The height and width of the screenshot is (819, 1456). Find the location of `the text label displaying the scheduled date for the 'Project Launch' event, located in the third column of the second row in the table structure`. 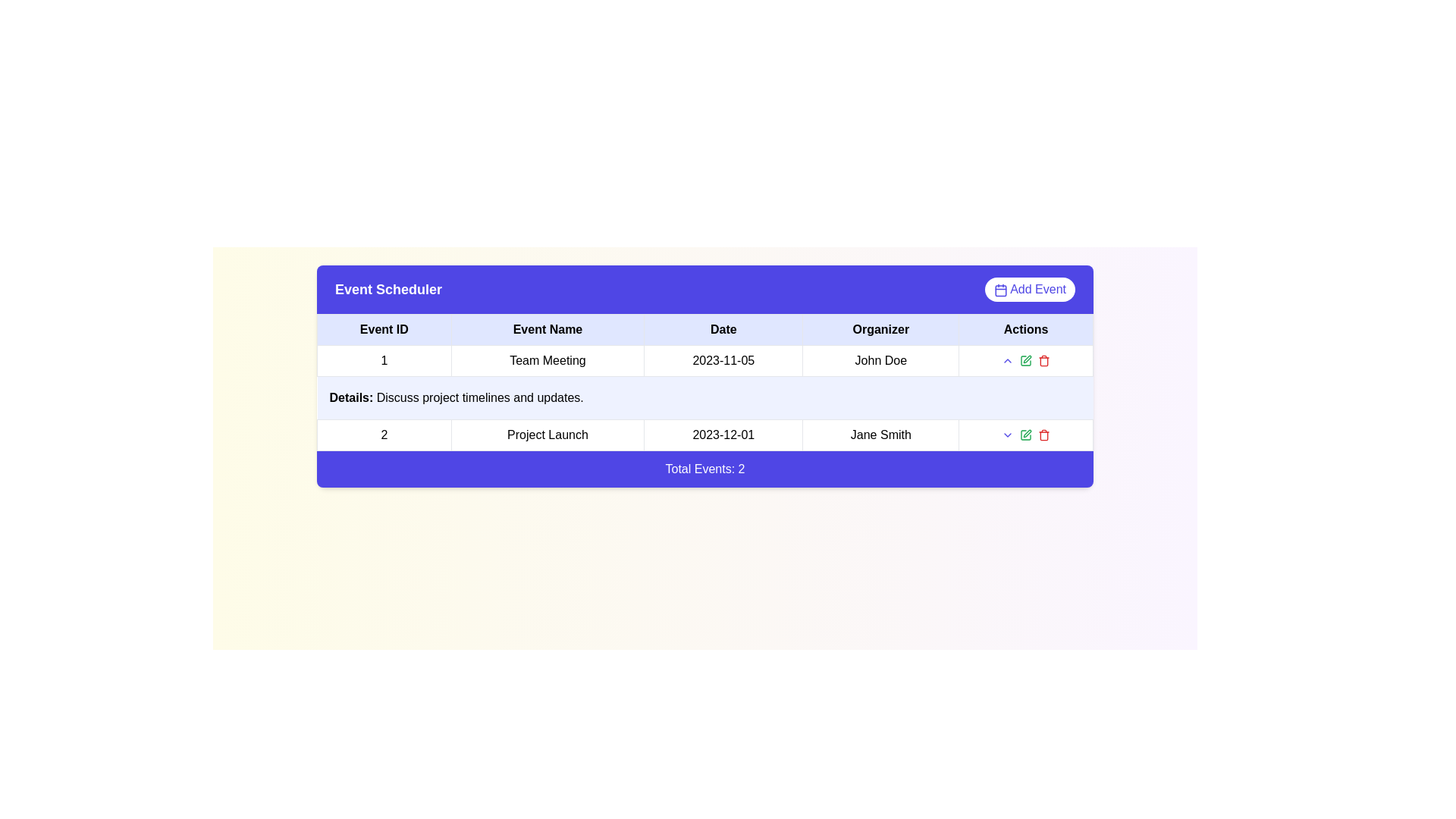

the text label displaying the scheduled date for the 'Project Launch' event, located in the third column of the second row in the table structure is located at coordinates (723, 435).